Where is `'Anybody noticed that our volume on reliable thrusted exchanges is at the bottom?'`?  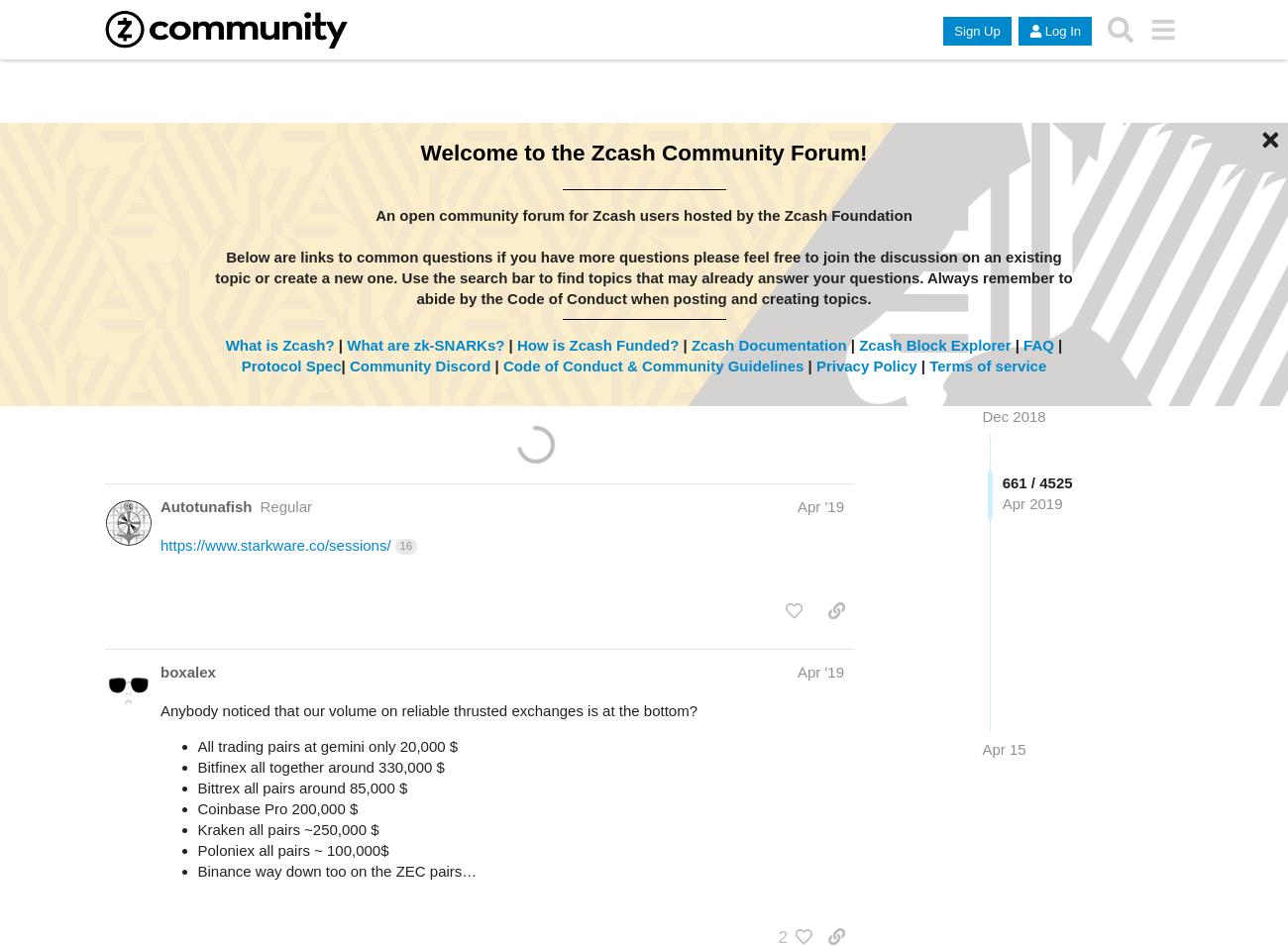 'Anybody noticed that our volume on reliable thrusted exchanges is at the bottom?' is located at coordinates (429, 709).